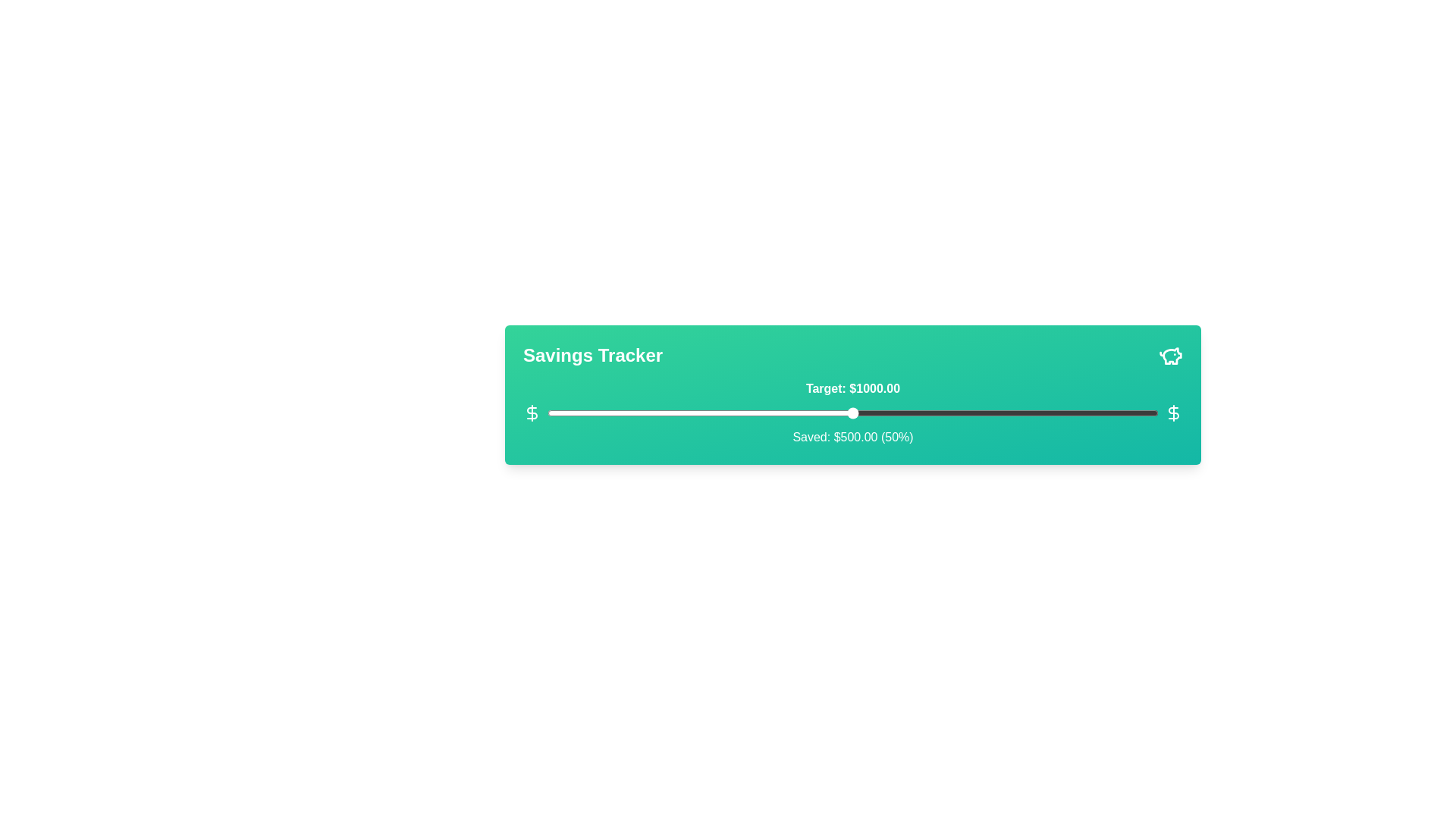 The image size is (1456, 819). What do you see at coordinates (1173, 413) in the screenshot?
I see `the dollar sign icon, which is white and located in the bottom-right corner of a green rectangular interface area` at bounding box center [1173, 413].